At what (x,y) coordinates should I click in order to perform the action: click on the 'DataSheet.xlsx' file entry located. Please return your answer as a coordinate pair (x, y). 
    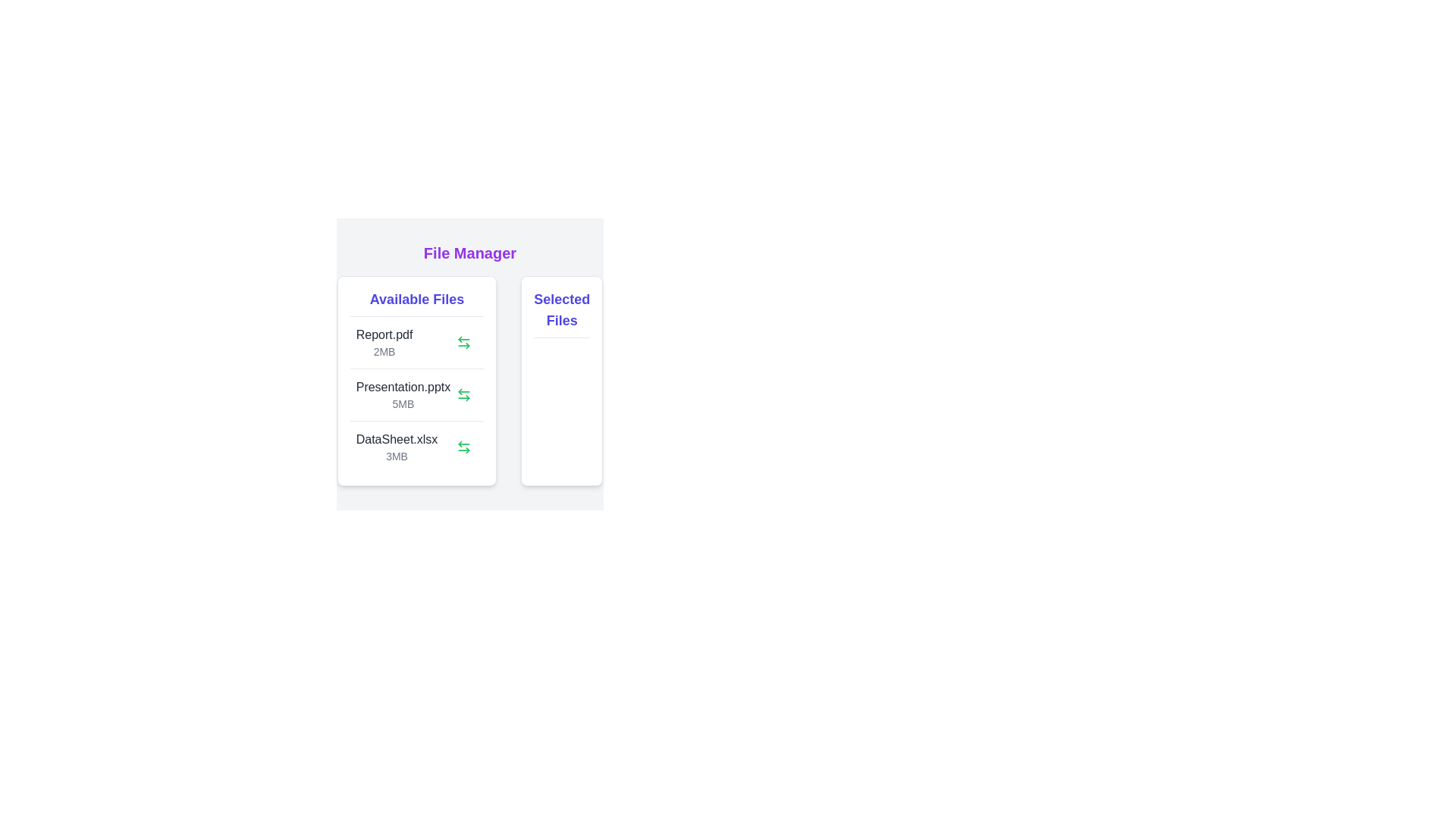
    Looking at the image, I should click on (397, 447).